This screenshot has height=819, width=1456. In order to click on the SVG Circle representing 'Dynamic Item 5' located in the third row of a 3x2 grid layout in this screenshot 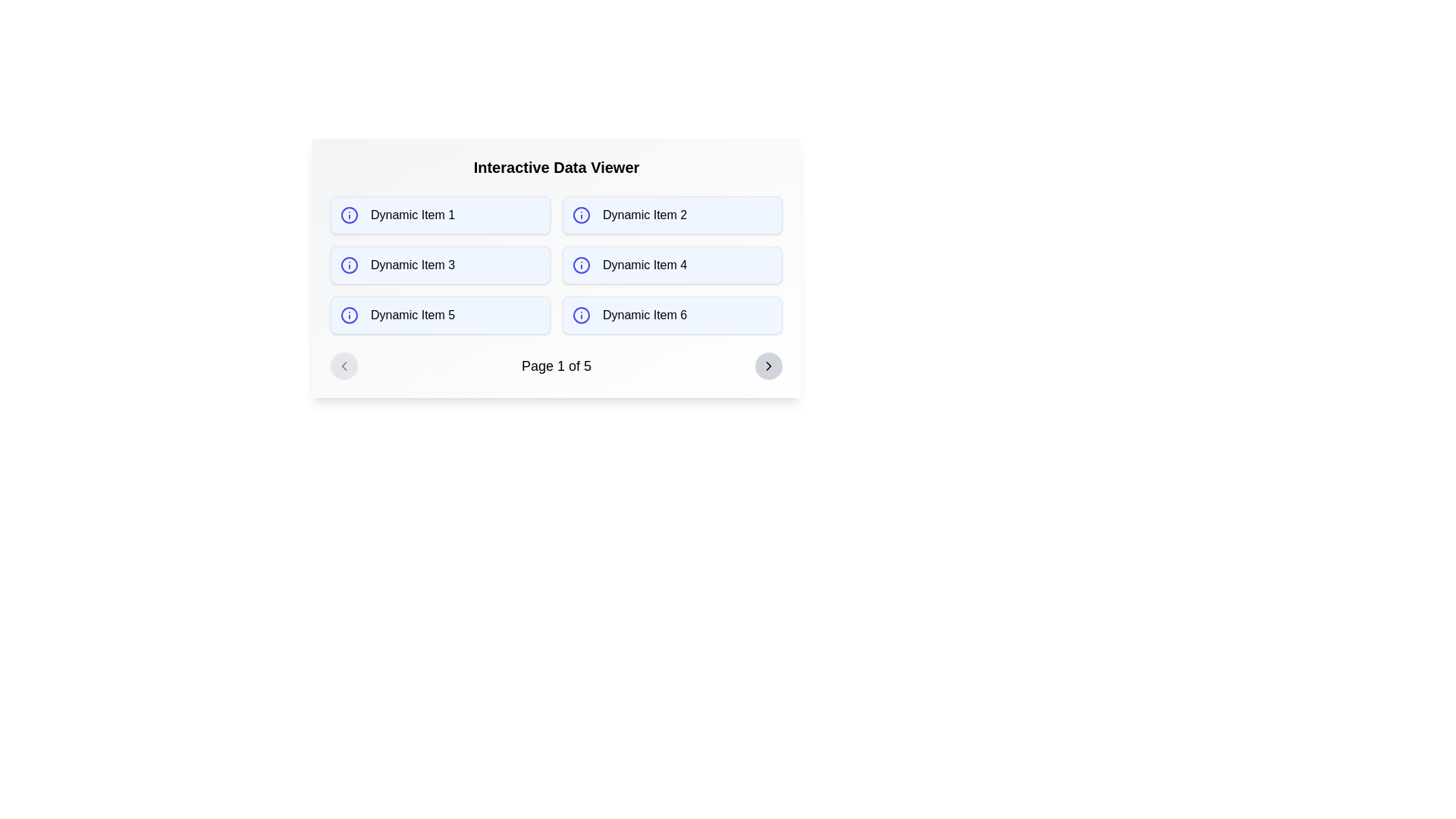, I will do `click(348, 315)`.